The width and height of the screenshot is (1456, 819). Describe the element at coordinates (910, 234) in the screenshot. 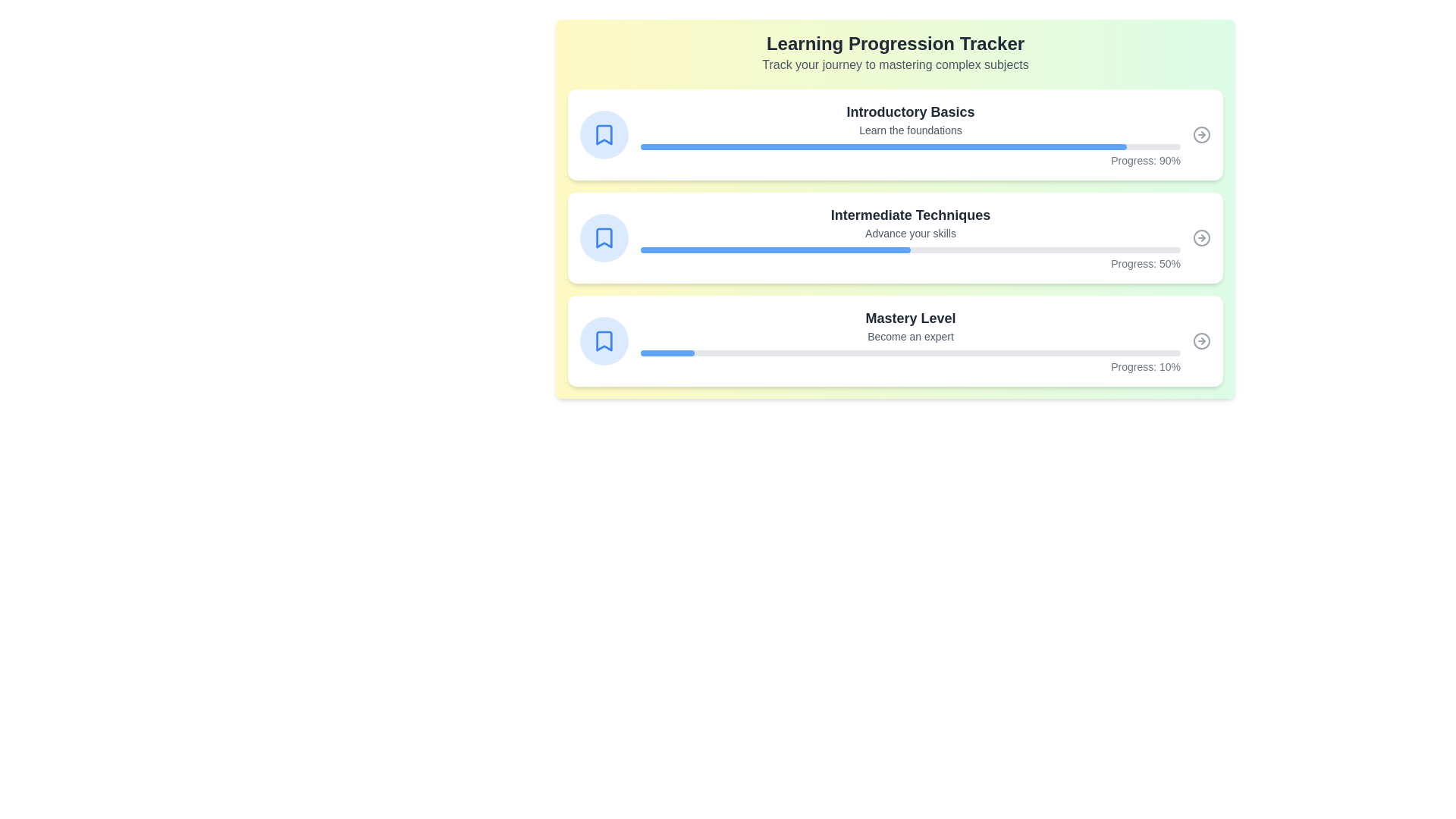

I see `the static text label that describes the section 'Intermediate Techniques', which is centrally aligned and positioned between the title 'Intermediate Techniques' and a progress bar indicating 'Progress: 50%'` at that location.